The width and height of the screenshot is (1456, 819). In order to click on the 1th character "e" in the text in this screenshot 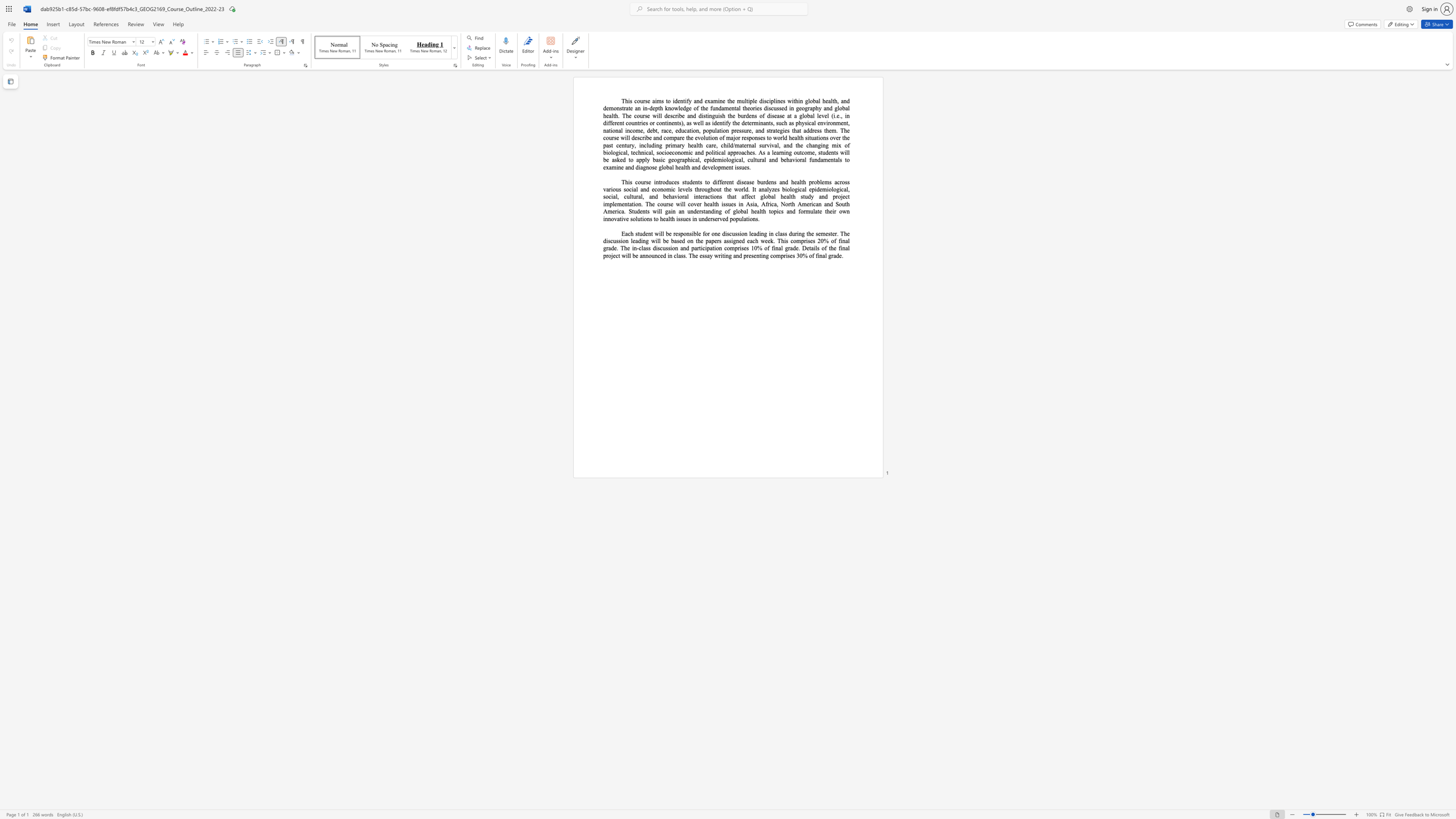, I will do `click(775, 153)`.